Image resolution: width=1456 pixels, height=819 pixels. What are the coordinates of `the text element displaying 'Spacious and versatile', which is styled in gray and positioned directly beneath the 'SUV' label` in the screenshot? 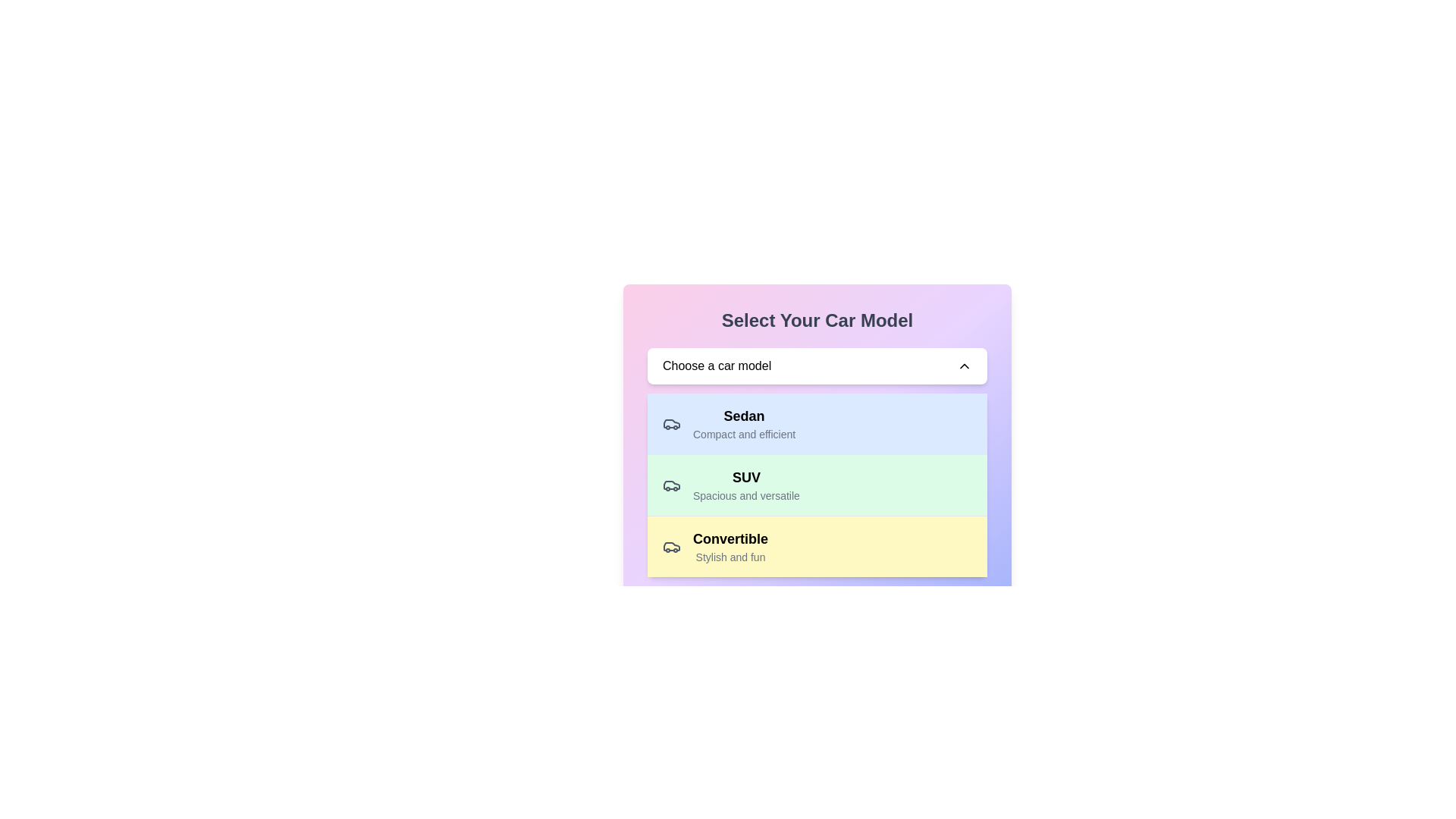 It's located at (746, 496).